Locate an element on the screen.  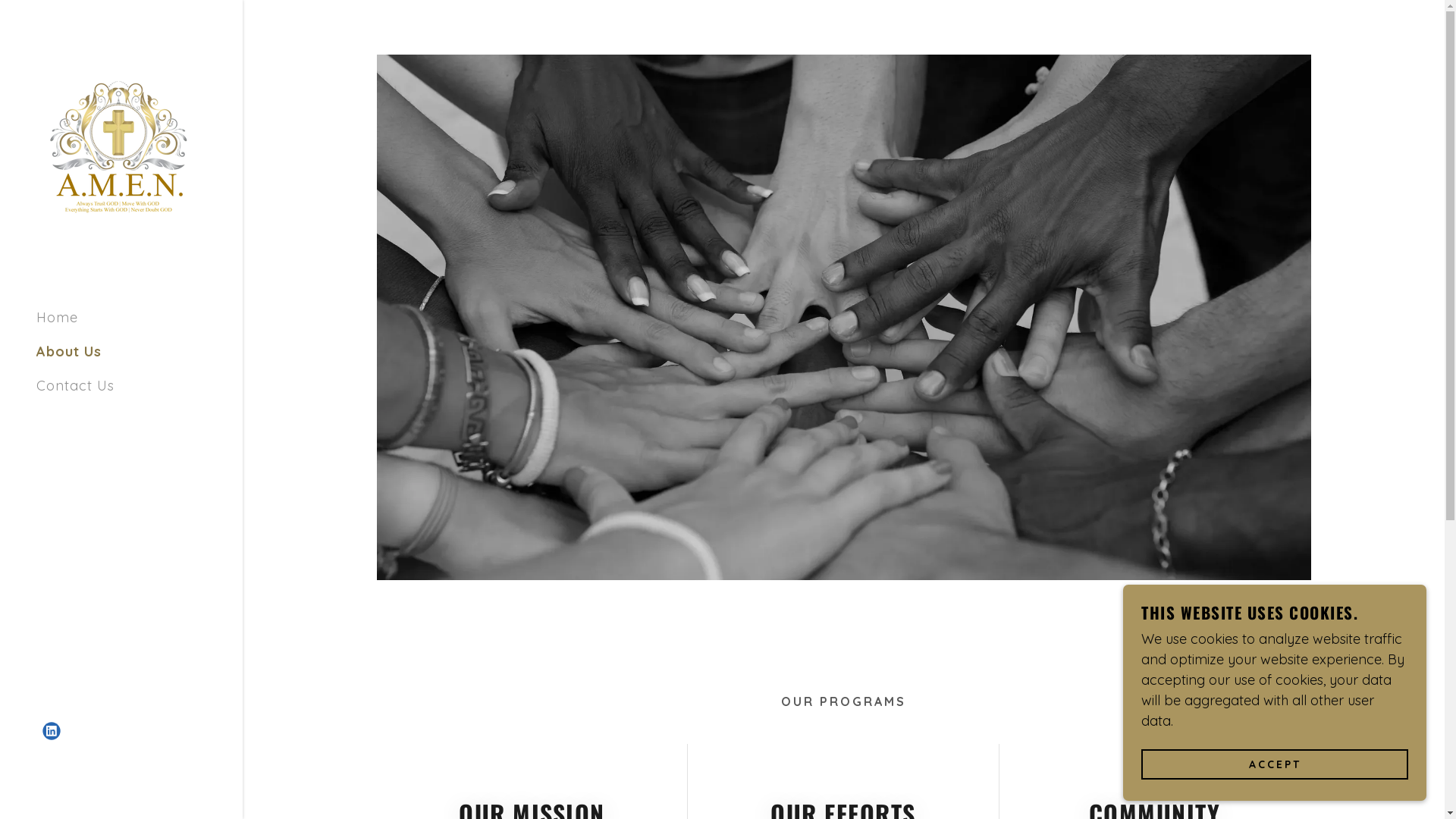
'Contact Us' is located at coordinates (36, 384).